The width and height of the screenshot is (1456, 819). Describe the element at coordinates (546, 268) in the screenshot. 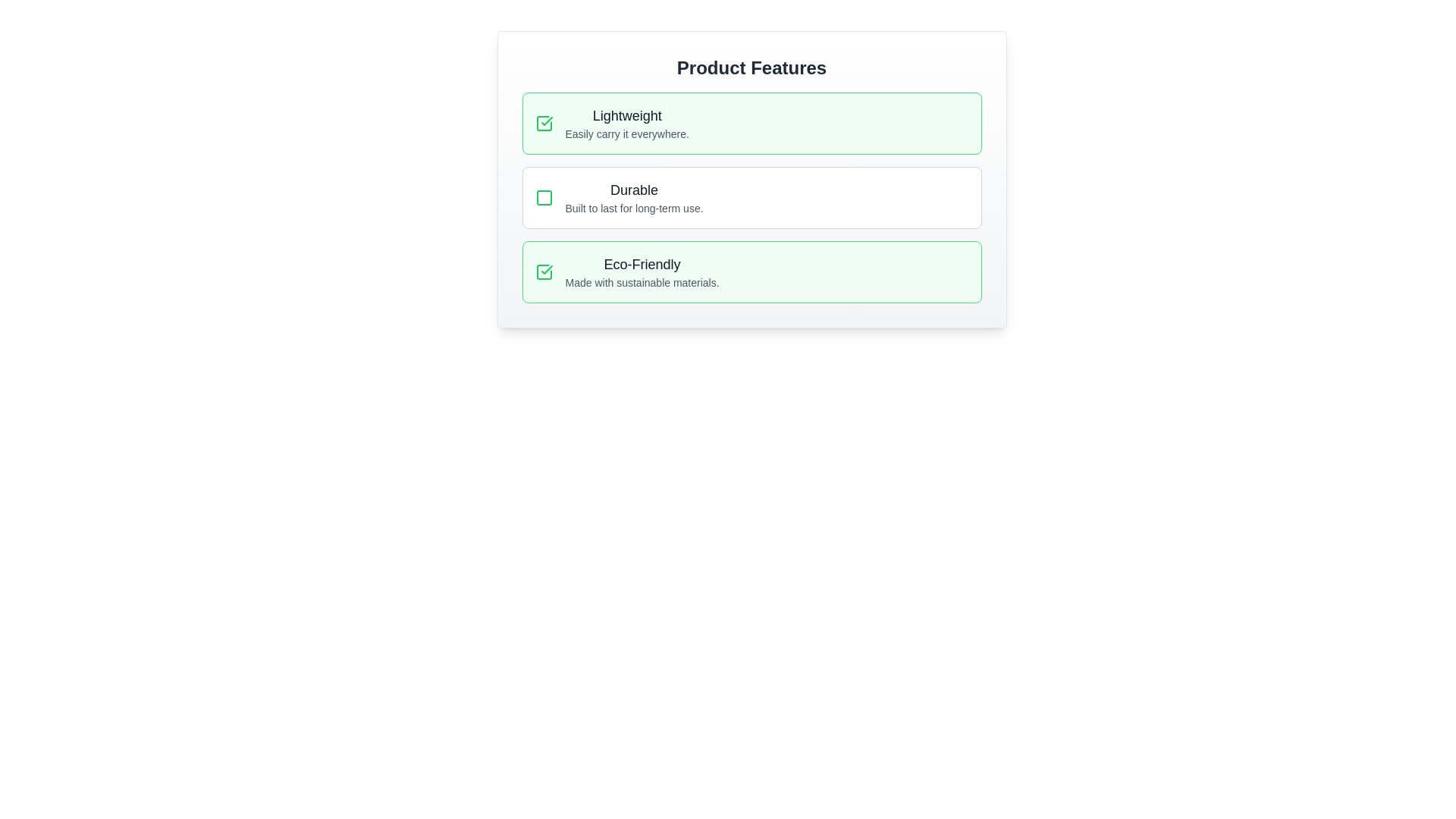

I see `the checkmark icon indicating the selection of the 'Lightweight' feature, located within the green-outlined box in the first row of the 'Product Features' list` at that location.